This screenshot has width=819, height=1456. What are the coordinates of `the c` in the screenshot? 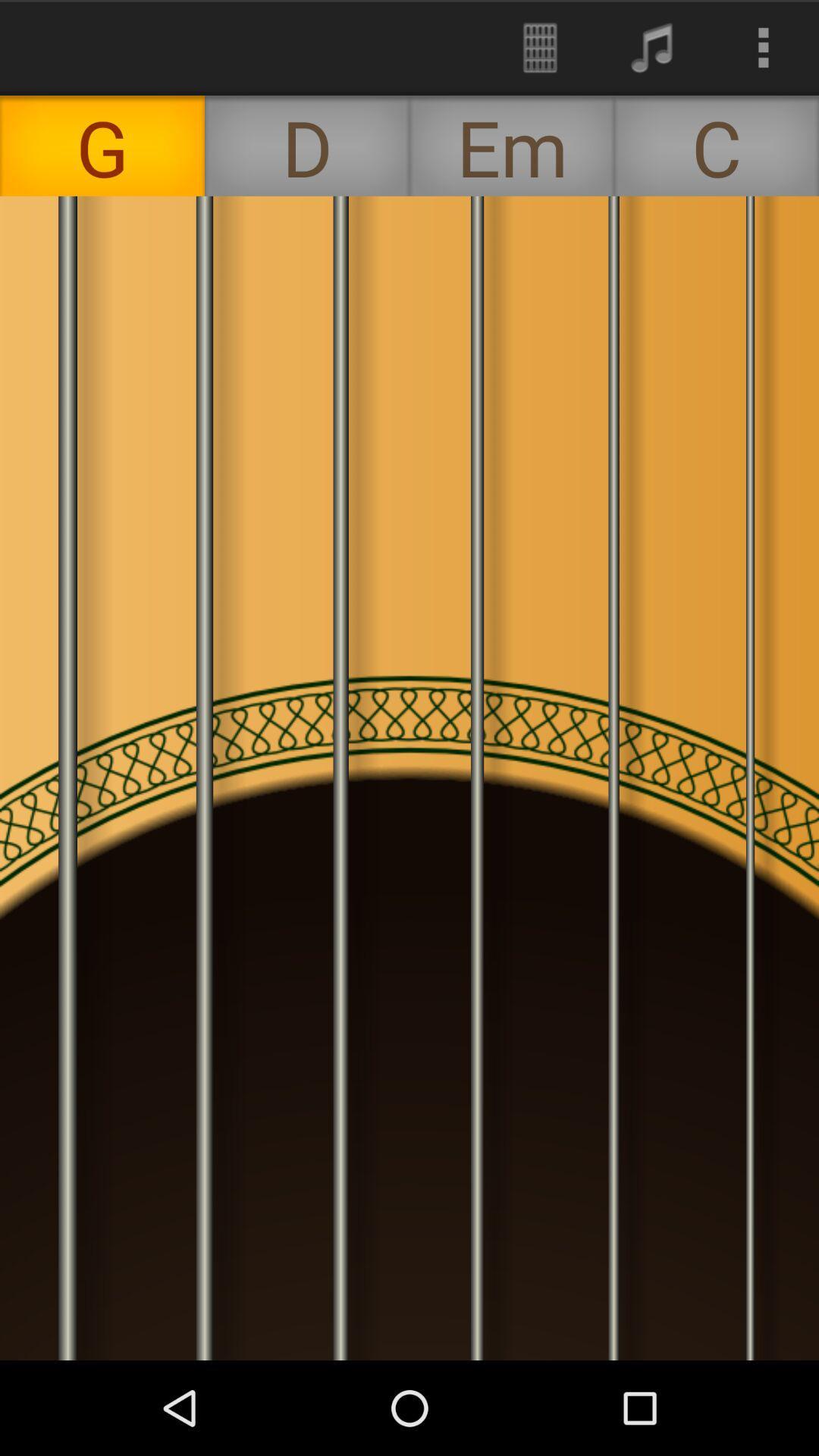 It's located at (717, 146).